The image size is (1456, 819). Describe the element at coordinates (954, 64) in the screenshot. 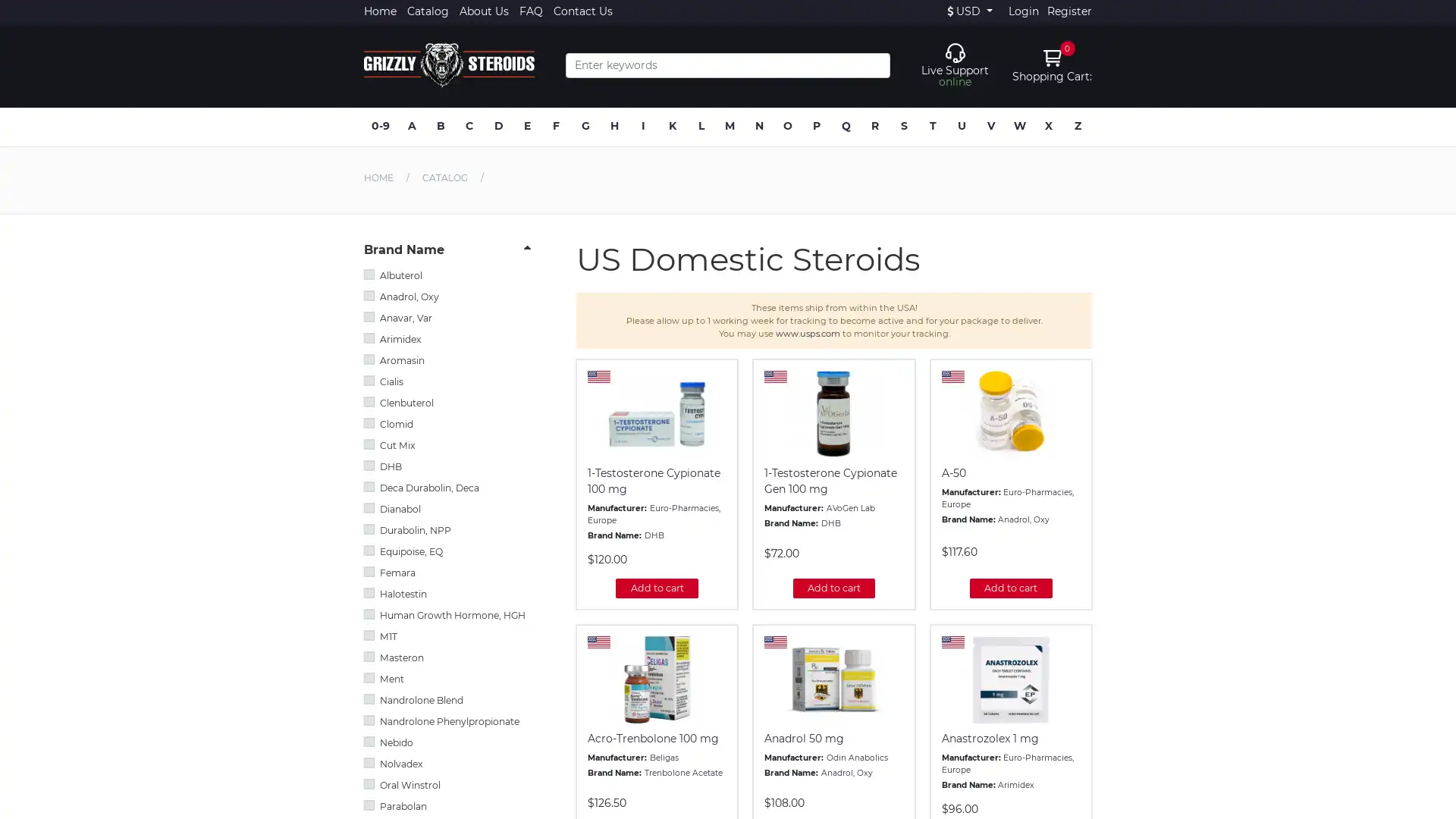

I see `Live Support online` at that location.